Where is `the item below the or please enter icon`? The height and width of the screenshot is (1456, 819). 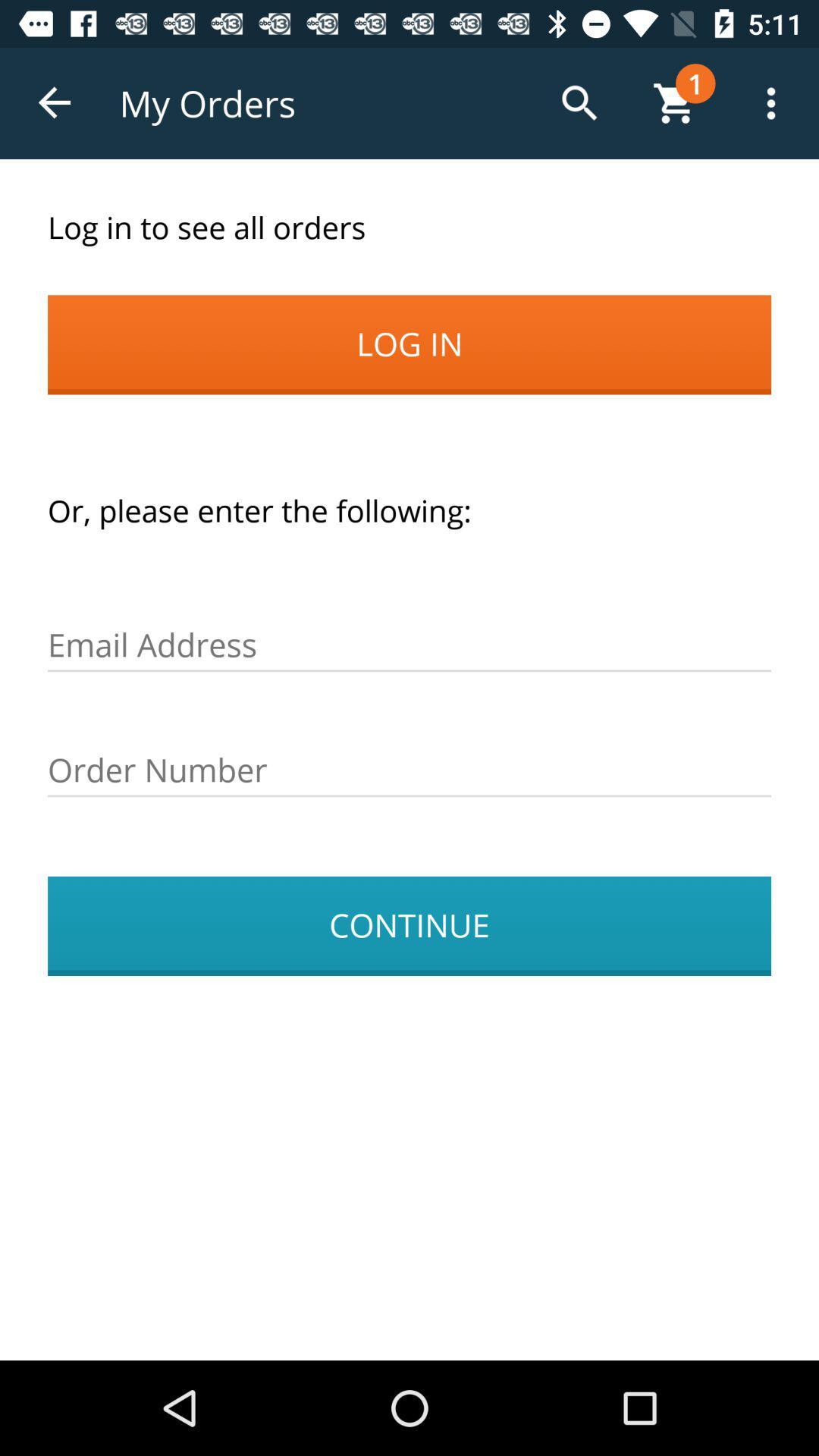
the item below the or please enter icon is located at coordinates (409, 645).